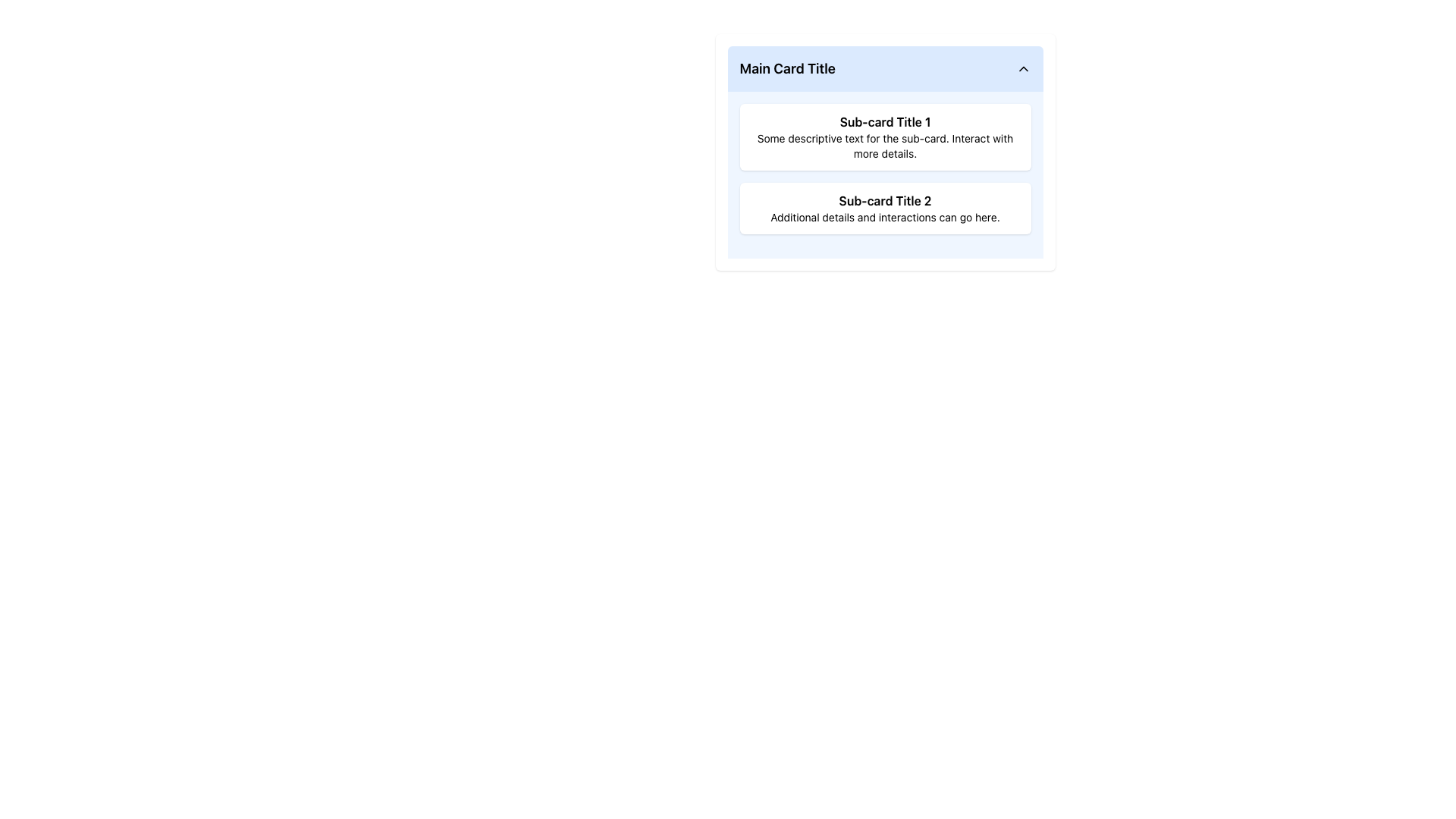 Image resolution: width=1456 pixels, height=819 pixels. What do you see at coordinates (885, 121) in the screenshot?
I see `the title text label of the sub-card section located in the upper part of the main card titled 'Main Card Title'` at bounding box center [885, 121].